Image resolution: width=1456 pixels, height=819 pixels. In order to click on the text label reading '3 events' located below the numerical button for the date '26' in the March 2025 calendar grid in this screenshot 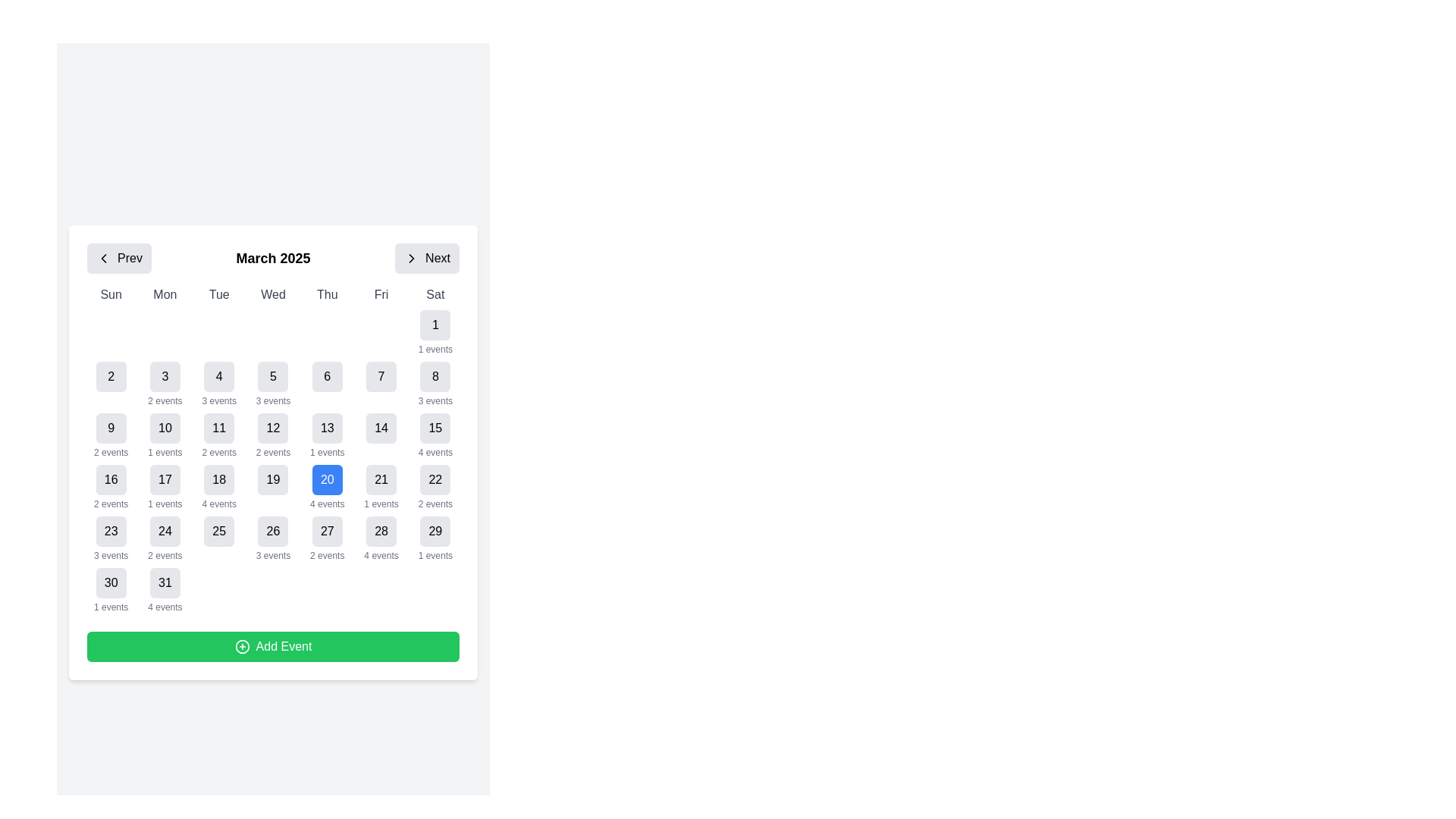, I will do `click(273, 555)`.